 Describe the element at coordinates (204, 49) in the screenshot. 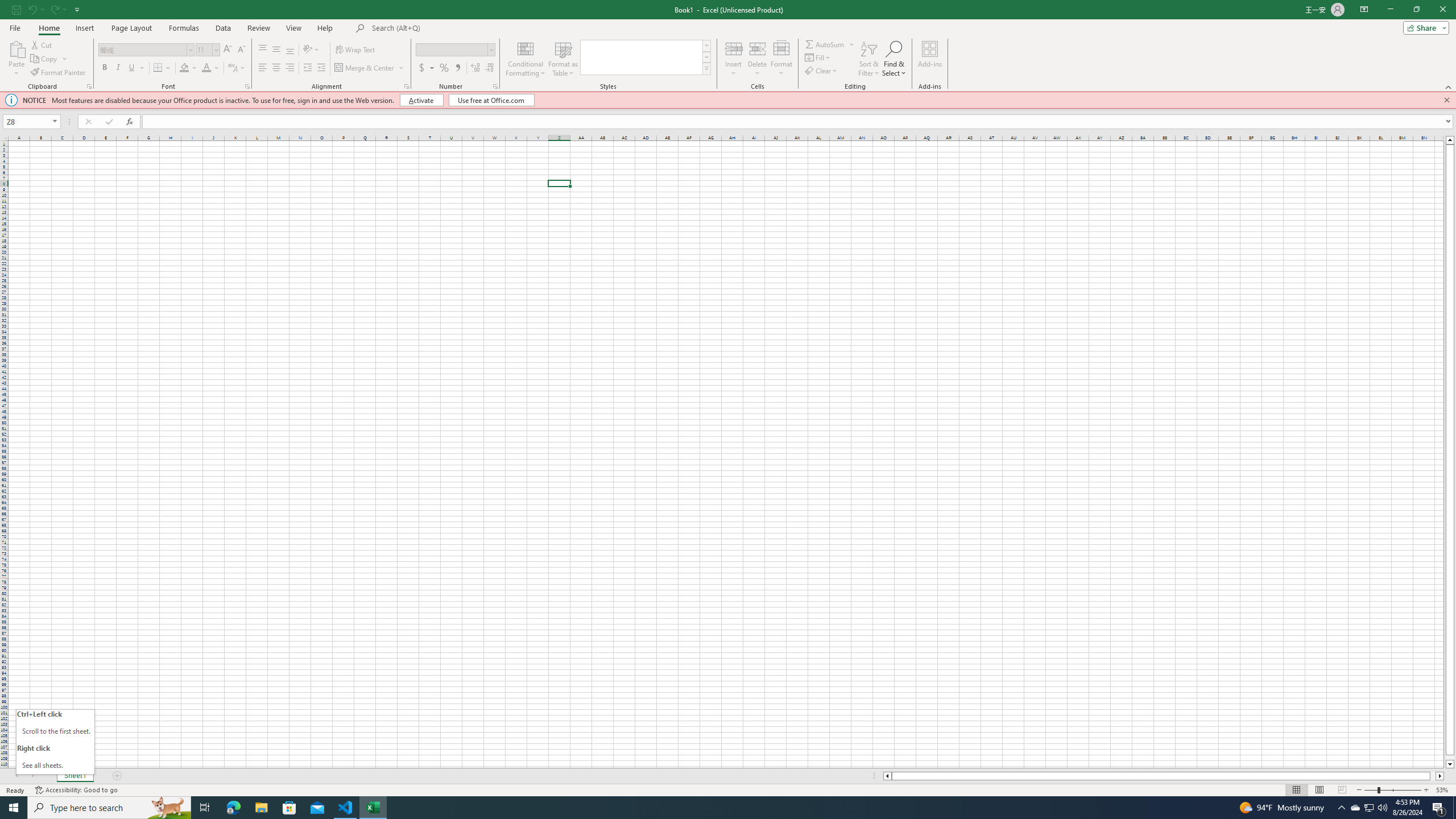

I see `'Font Size'` at that location.